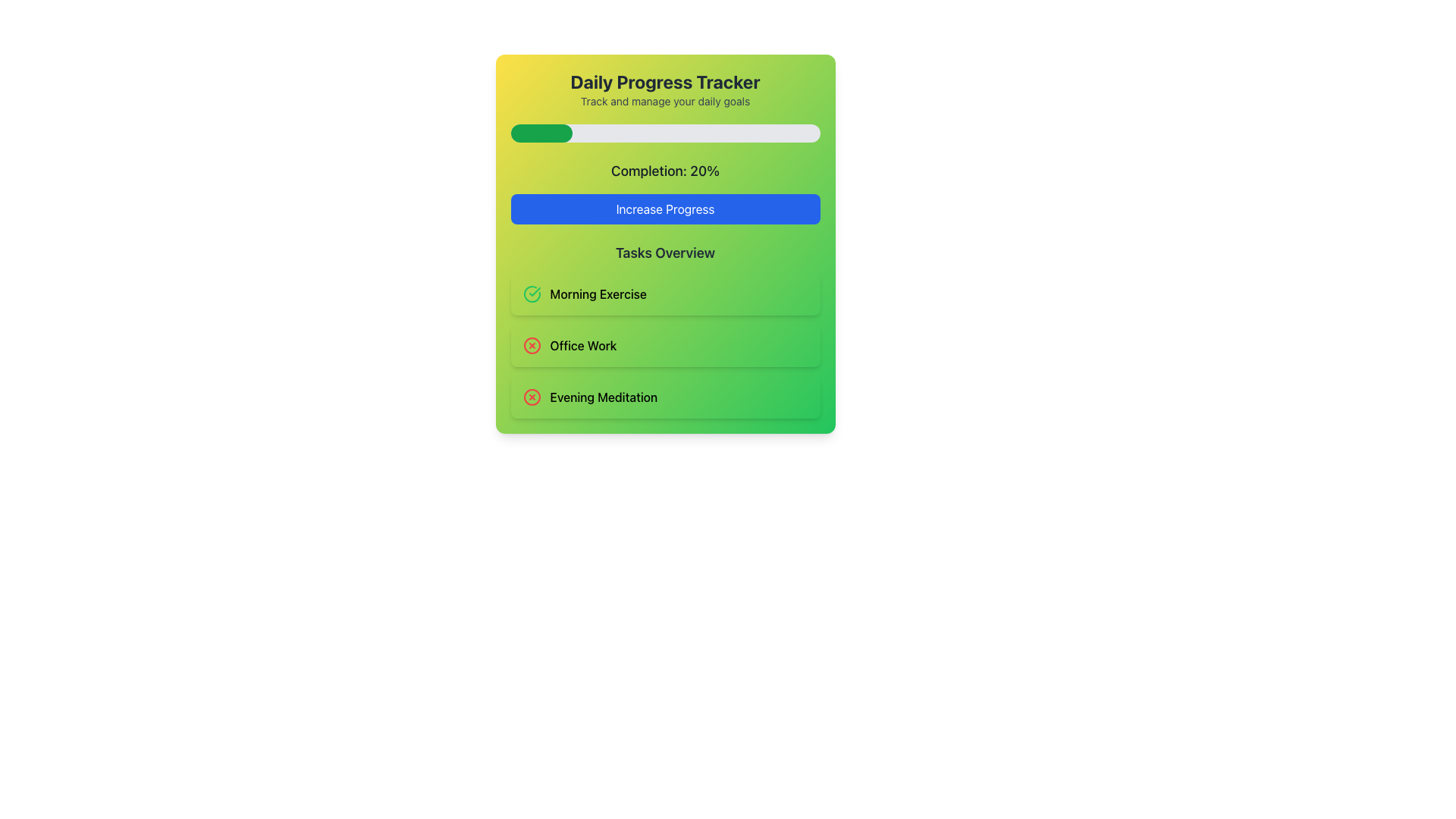 This screenshot has height=819, width=1456. Describe the element at coordinates (665, 345) in the screenshot. I see `the 'Office Work' task item, which has a red circular cross icon indicating an uncompleted status` at that location.